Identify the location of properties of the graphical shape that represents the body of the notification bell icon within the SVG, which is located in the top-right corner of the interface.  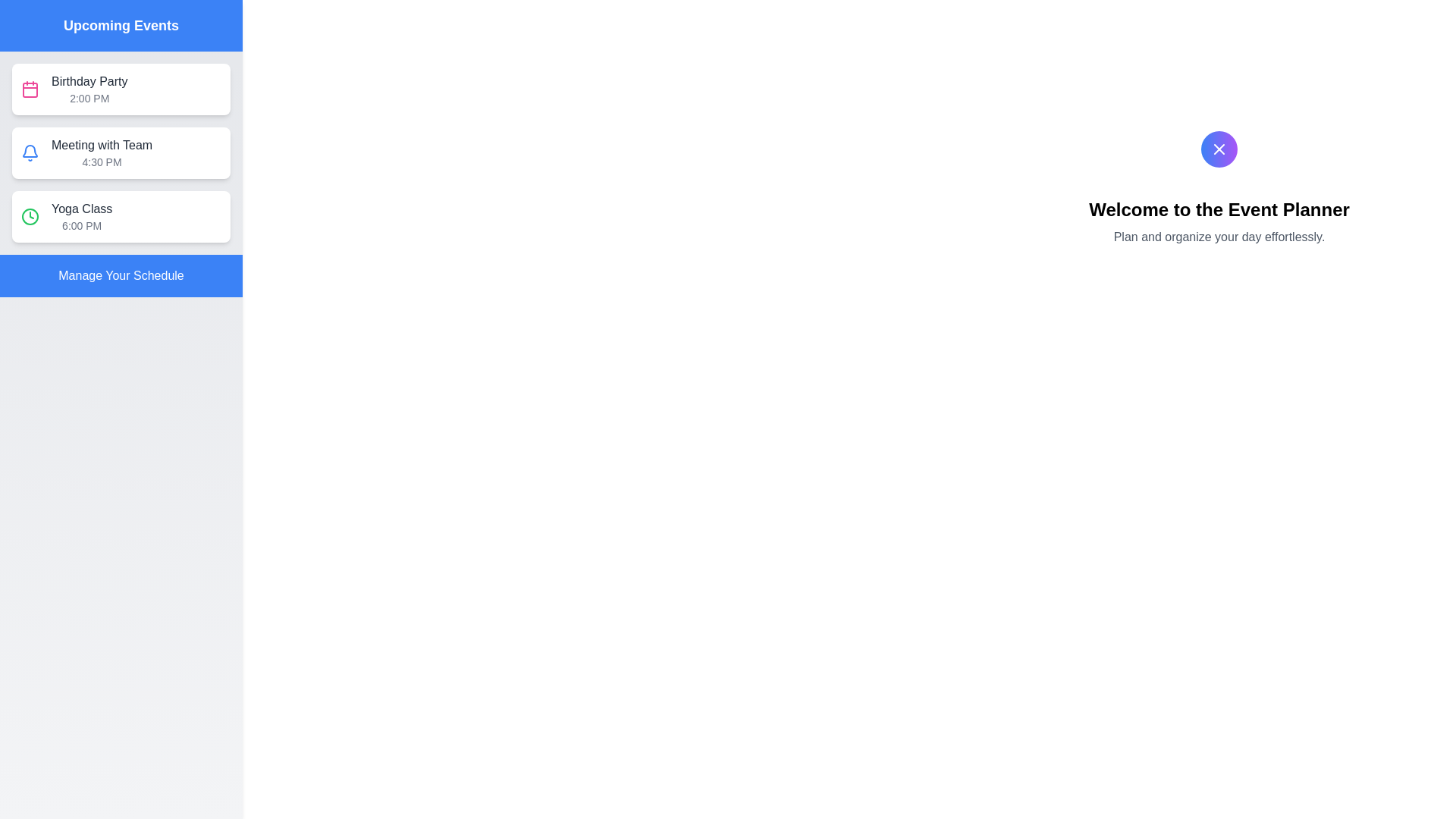
(30, 151).